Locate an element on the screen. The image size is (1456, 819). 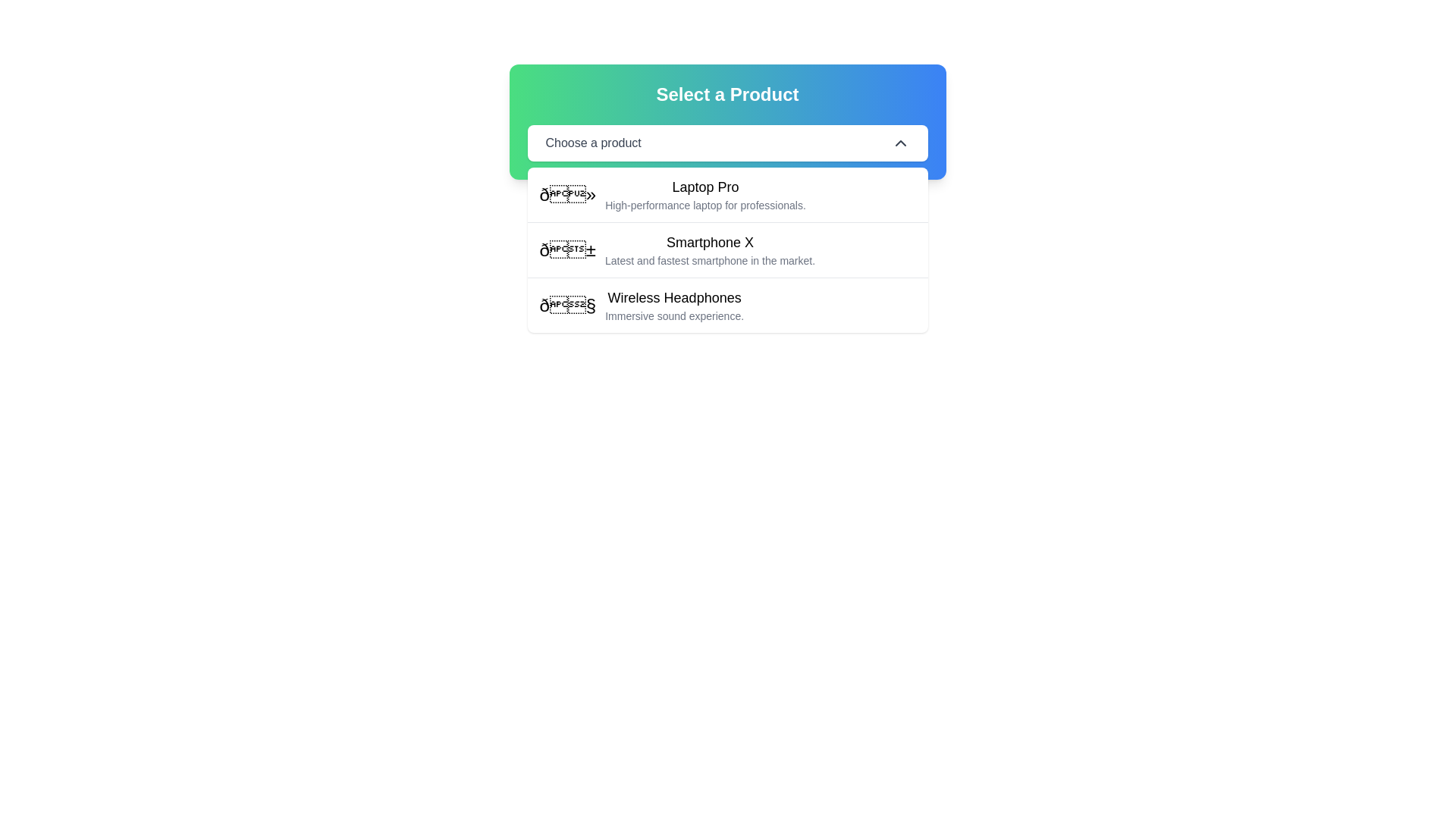
the text block displaying 'Laptop Pro' is located at coordinates (704, 194).